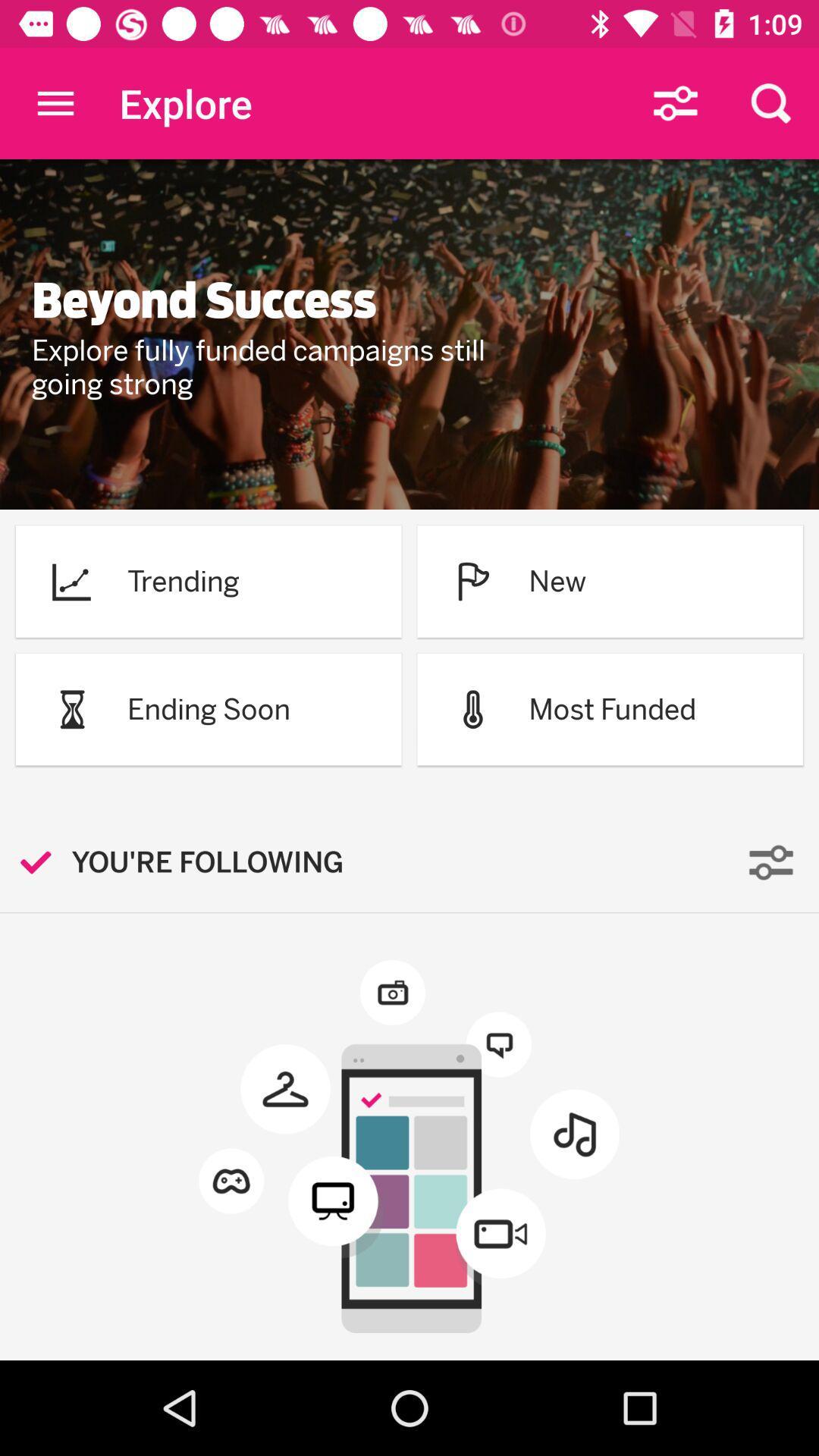 Image resolution: width=819 pixels, height=1456 pixels. Describe the element at coordinates (278, 367) in the screenshot. I see `the item below beyond success item` at that location.